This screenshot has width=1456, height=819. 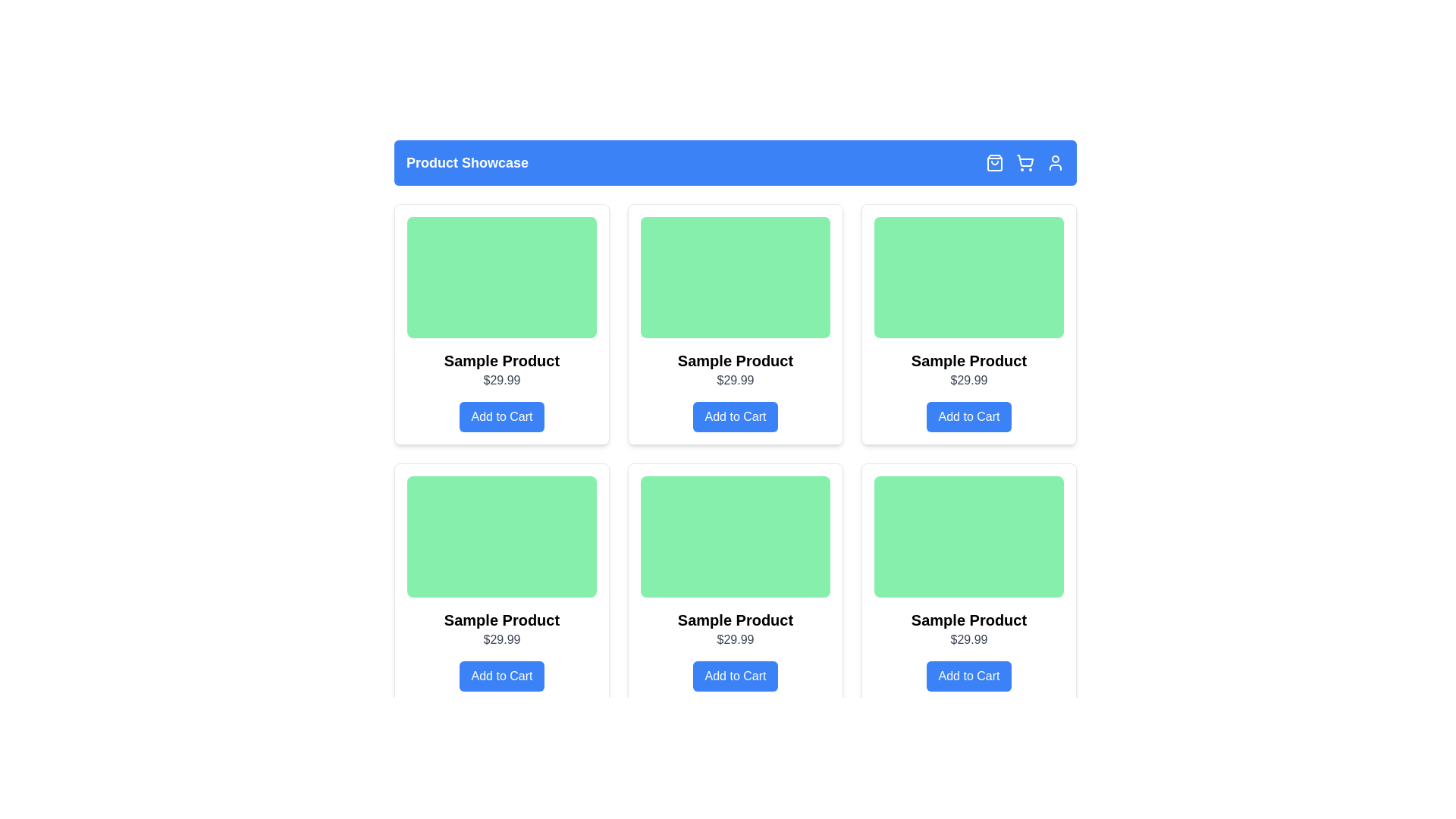 I want to click on the bold, black text label reading 'Sample Product', which is centrally aligned below the green image and above the price label and 'Add to Cart' button in the middle card of the bottom row, so click(x=735, y=620).